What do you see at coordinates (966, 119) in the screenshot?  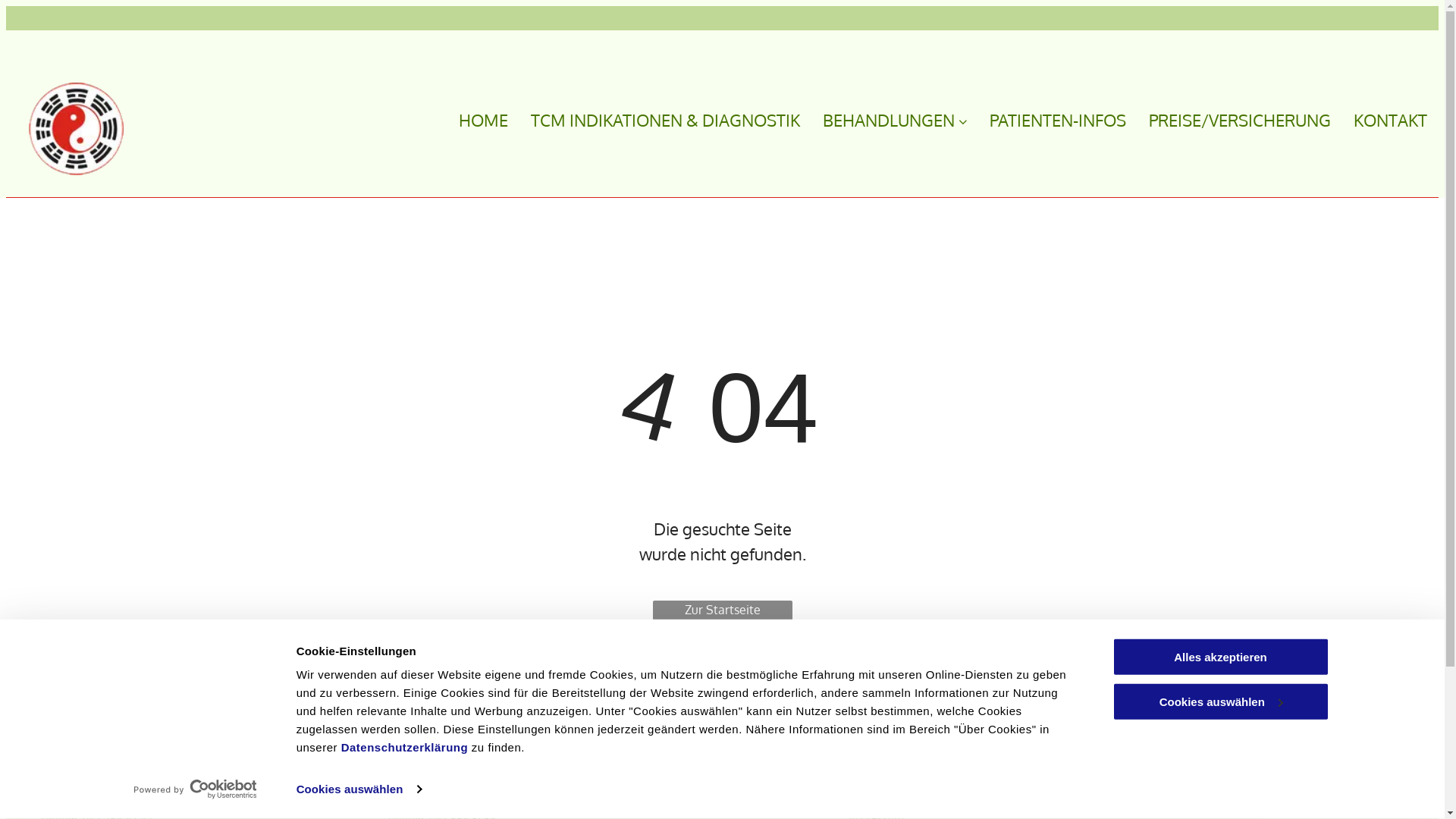 I see `'PATIENTEN-INFOS'` at bounding box center [966, 119].